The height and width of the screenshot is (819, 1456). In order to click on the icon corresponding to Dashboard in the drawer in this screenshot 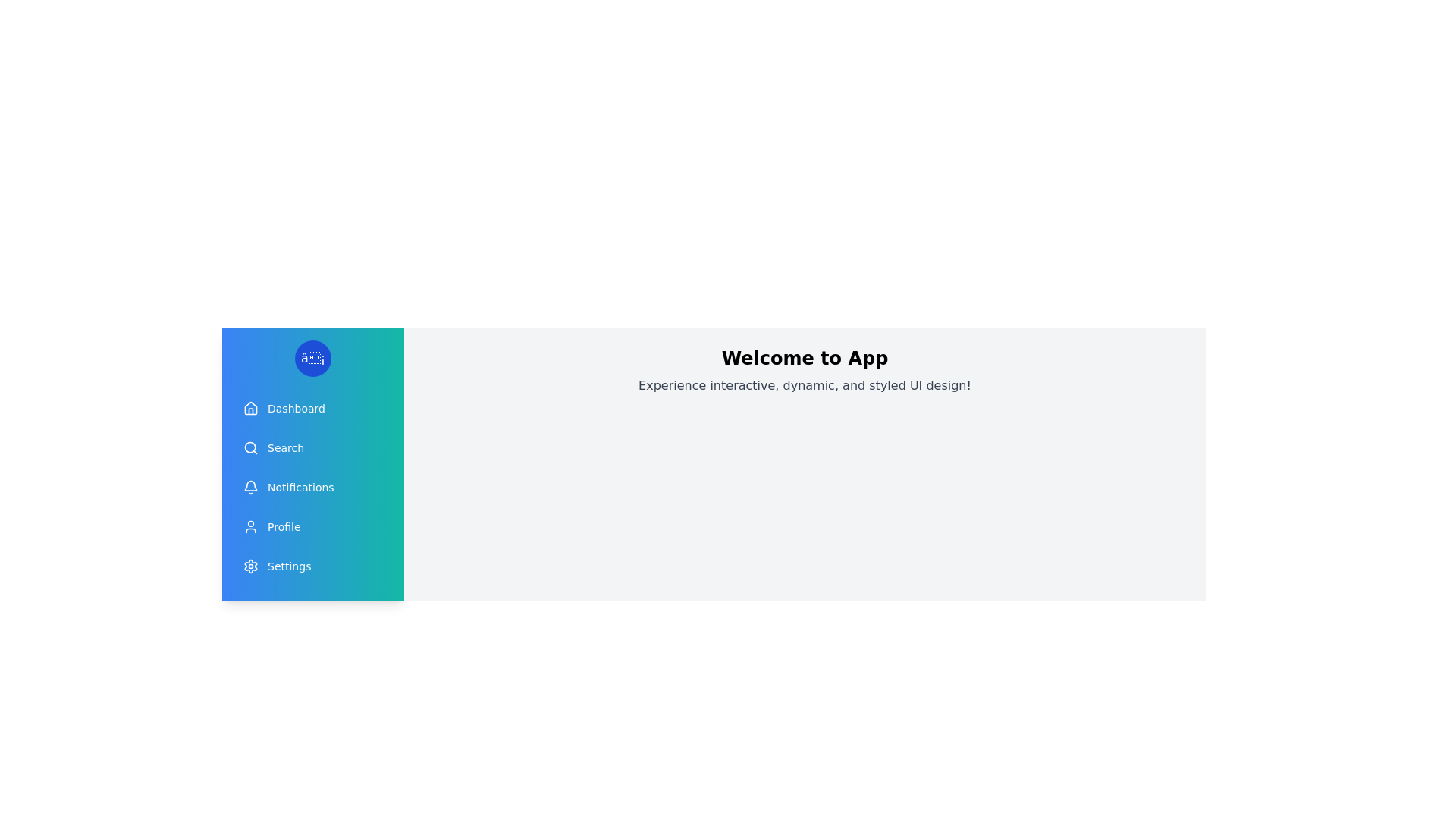, I will do `click(251, 408)`.